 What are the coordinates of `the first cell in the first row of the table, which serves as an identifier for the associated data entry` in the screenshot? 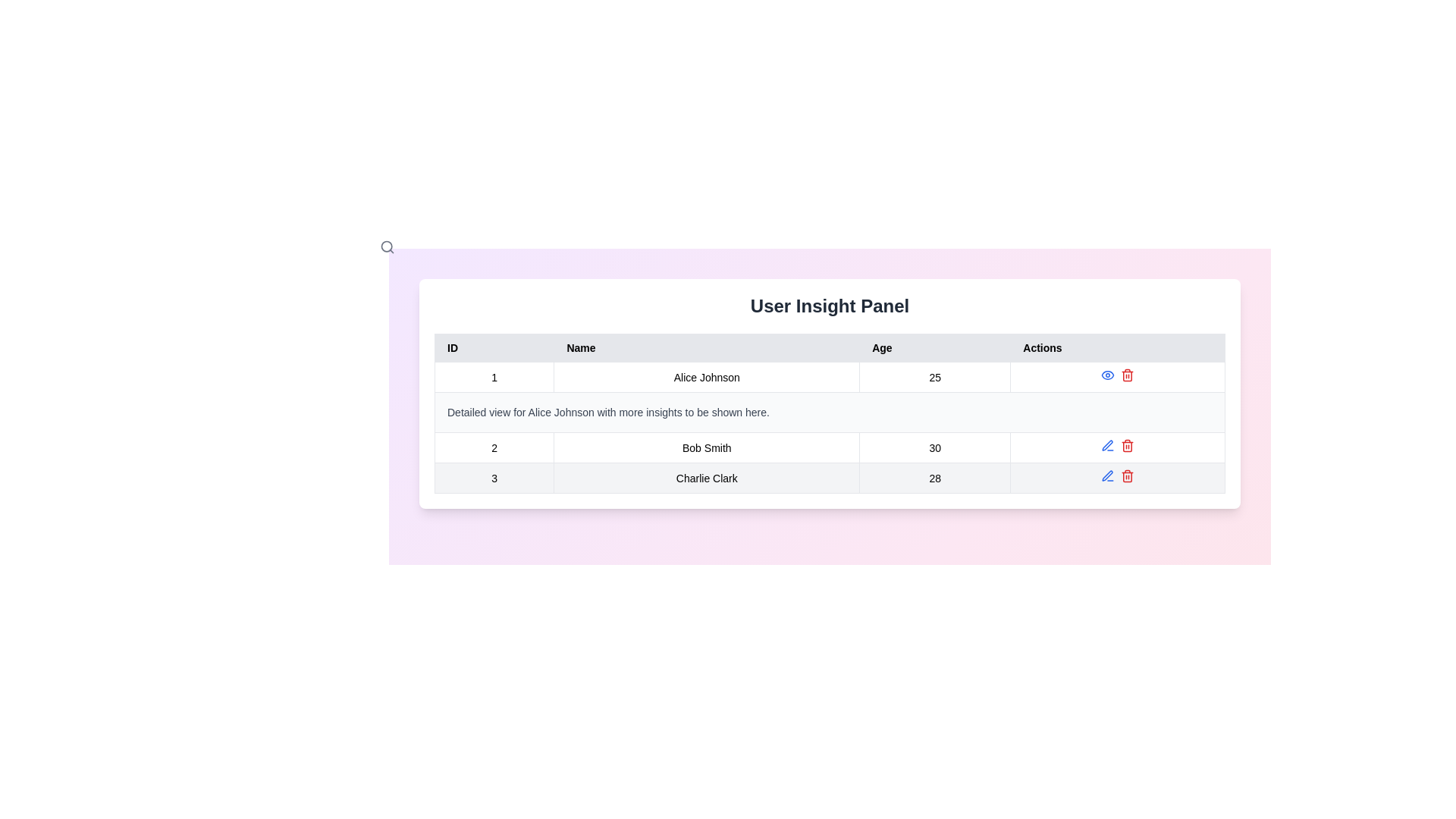 It's located at (494, 376).